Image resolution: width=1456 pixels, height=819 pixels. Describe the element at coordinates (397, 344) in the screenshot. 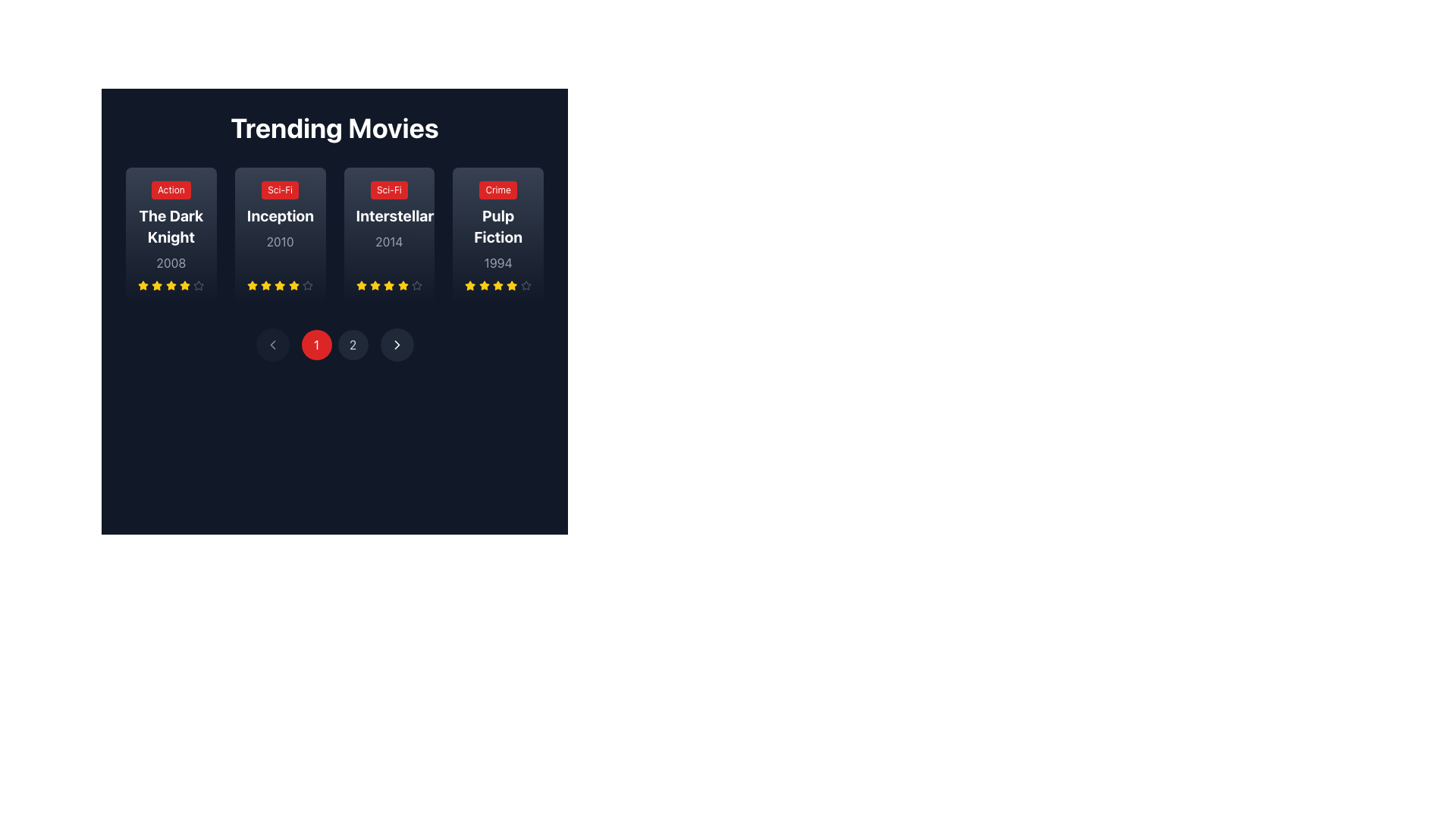

I see `the right-pointing chevron icon` at that location.